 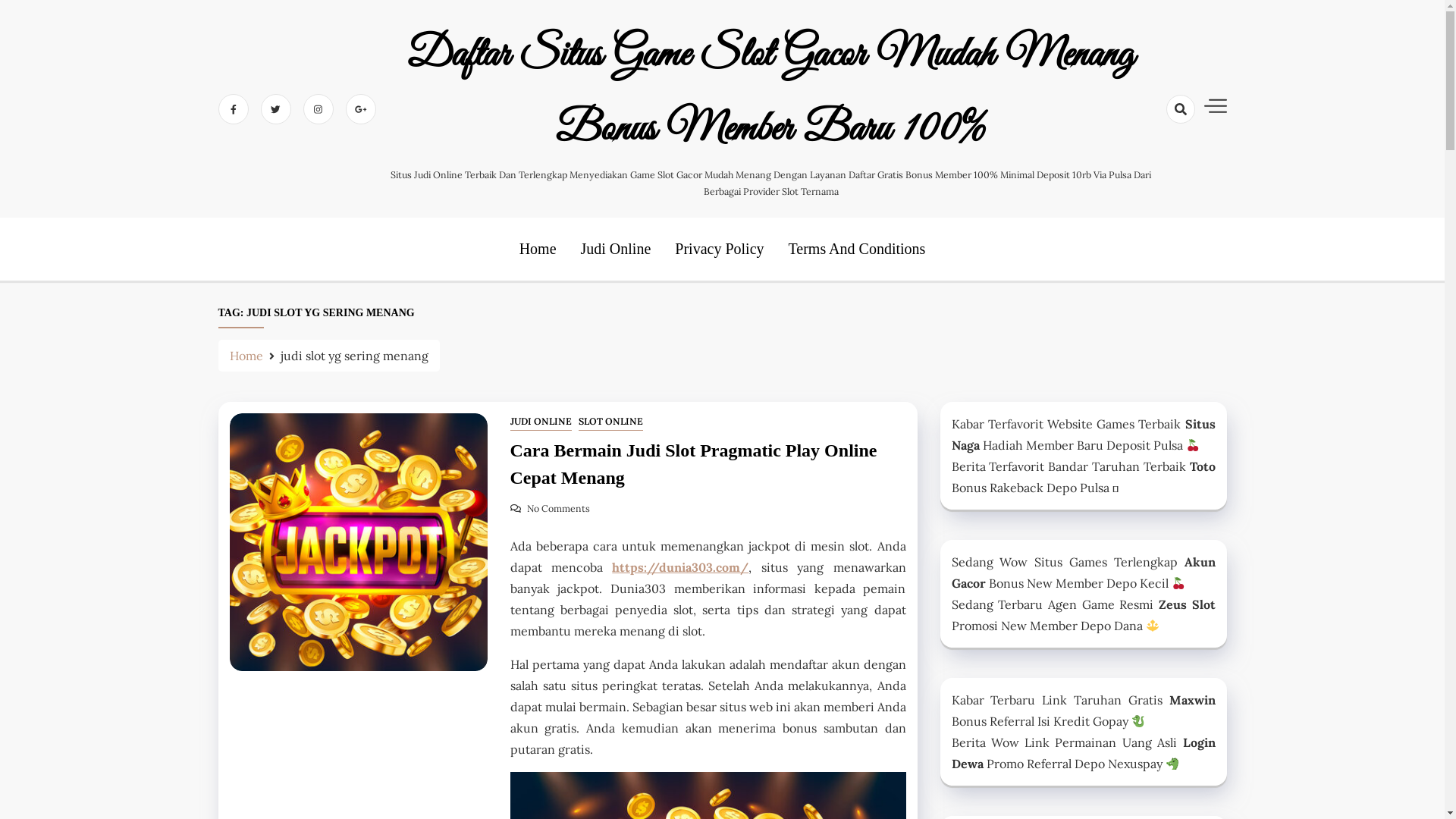 I want to click on 'https://dunia303.com/', so click(x=679, y=567).